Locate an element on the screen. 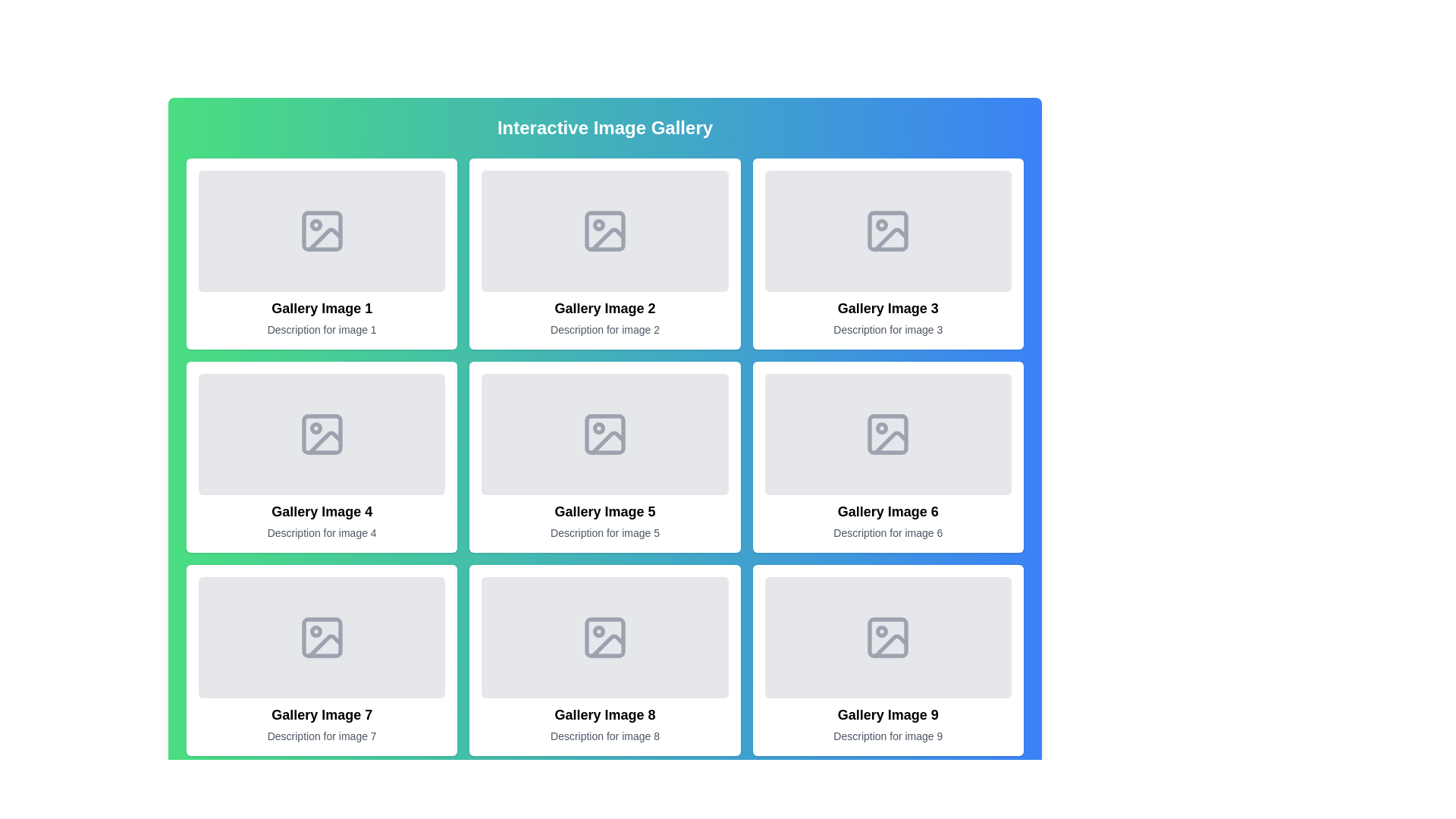 The width and height of the screenshot is (1456, 819). the text label that displays 'Gallery Image 1', which is styled in a larger, semi-bold font and is positioned above the description text in the gallery item is located at coordinates (321, 308).